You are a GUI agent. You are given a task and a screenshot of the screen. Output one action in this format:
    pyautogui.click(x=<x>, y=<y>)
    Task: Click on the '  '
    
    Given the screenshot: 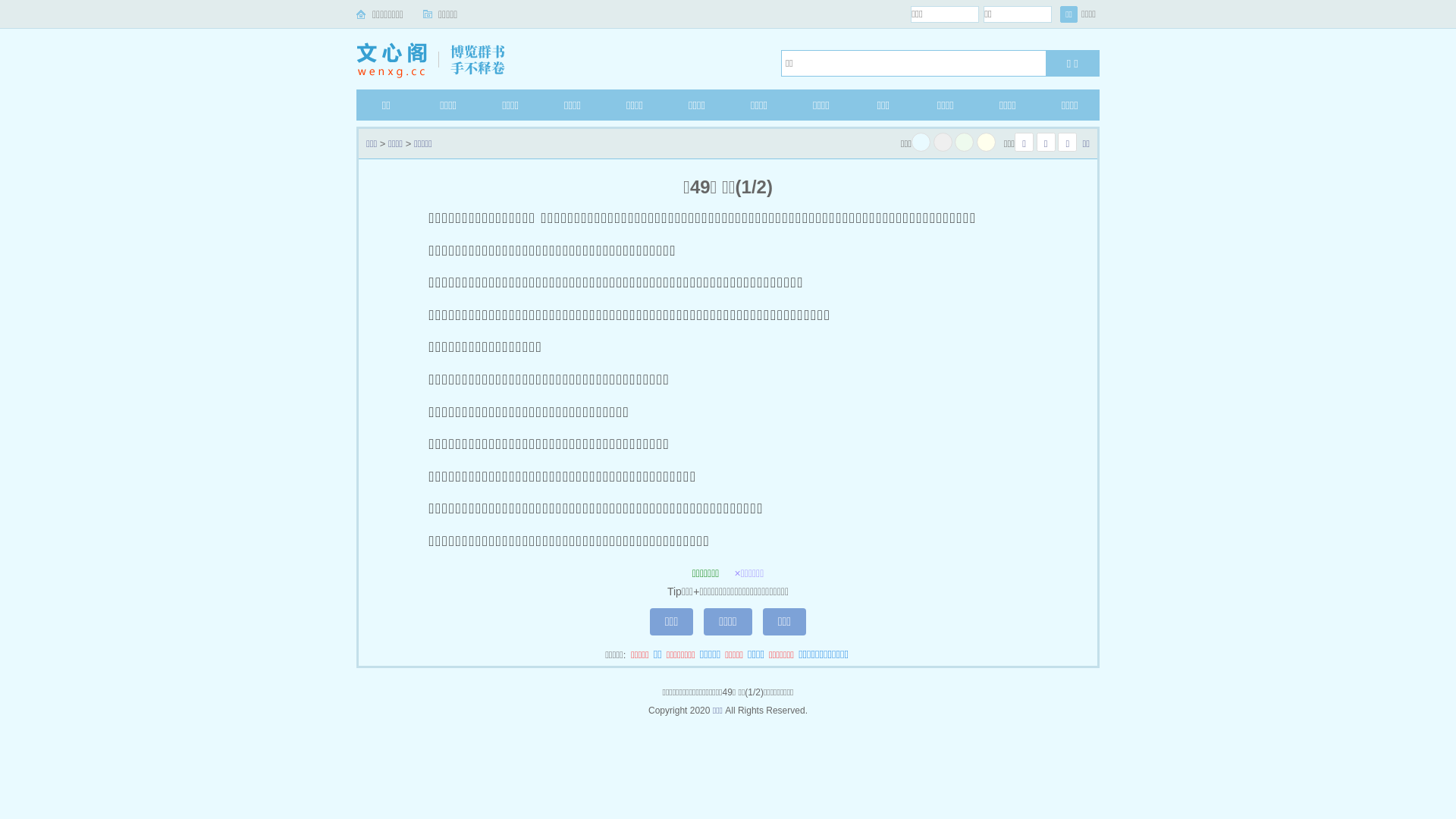 What is the action you would take?
    pyautogui.click(x=986, y=142)
    